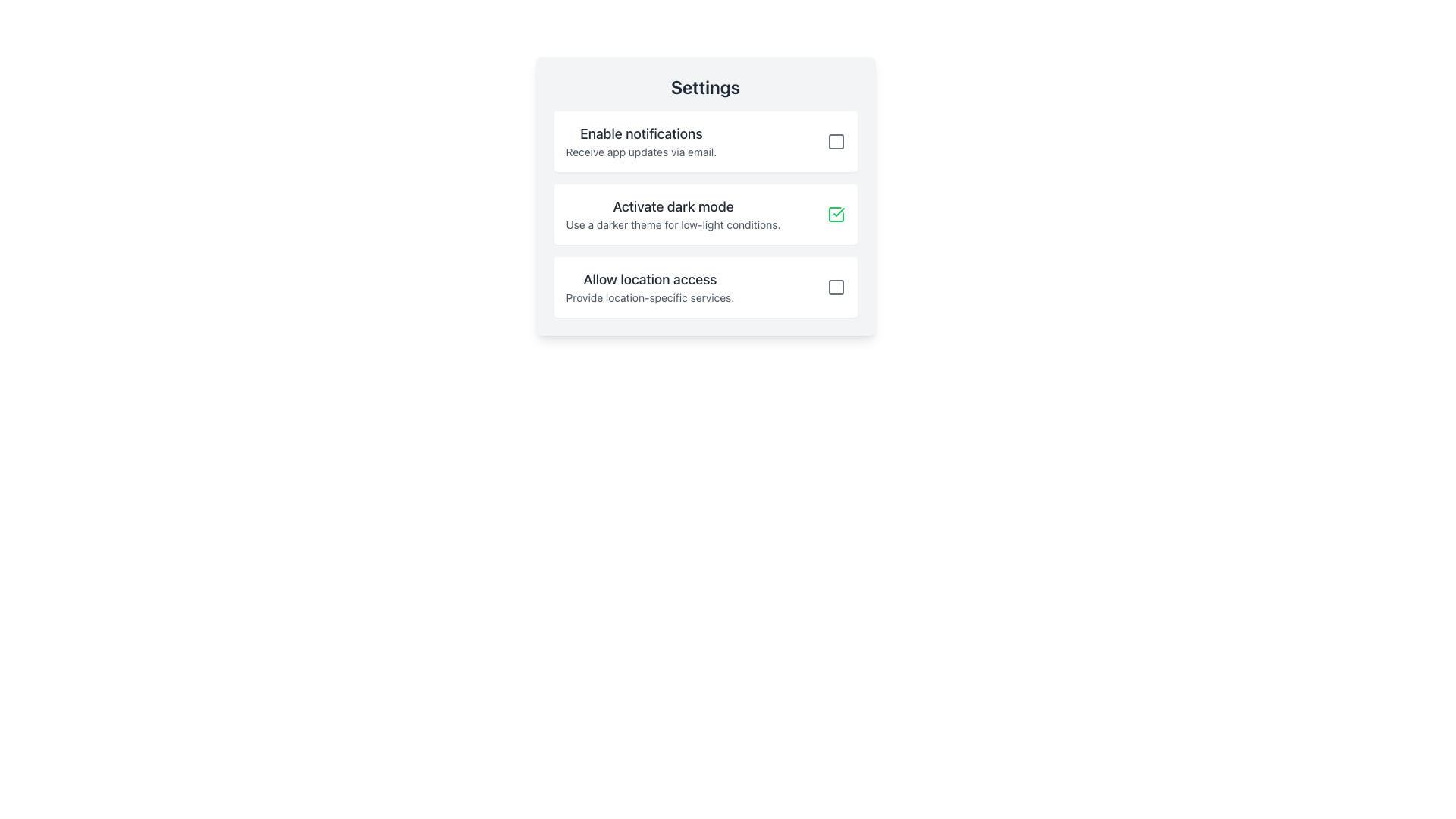  What do you see at coordinates (835, 141) in the screenshot?
I see `the unchecked checkbox located to the right of the 'Enable notifications' text` at bounding box center [835, 141].